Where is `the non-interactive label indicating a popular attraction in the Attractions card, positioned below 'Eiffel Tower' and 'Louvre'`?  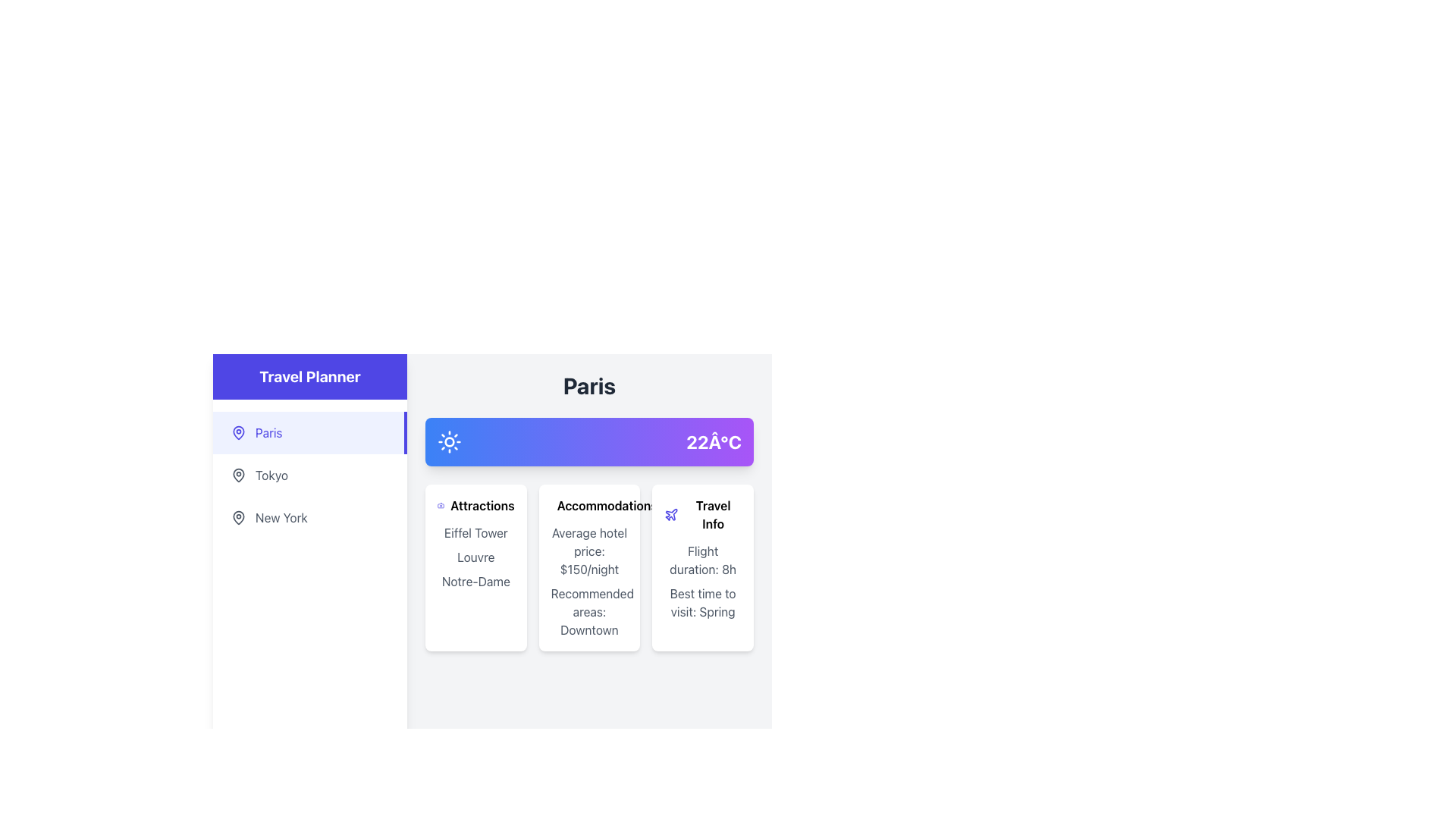
the non-interactive label indicating a popular attraction in the Attractions card, positioned below 'Eiffel Tower' and 'Louvre' is located at coordinates (475, 581).